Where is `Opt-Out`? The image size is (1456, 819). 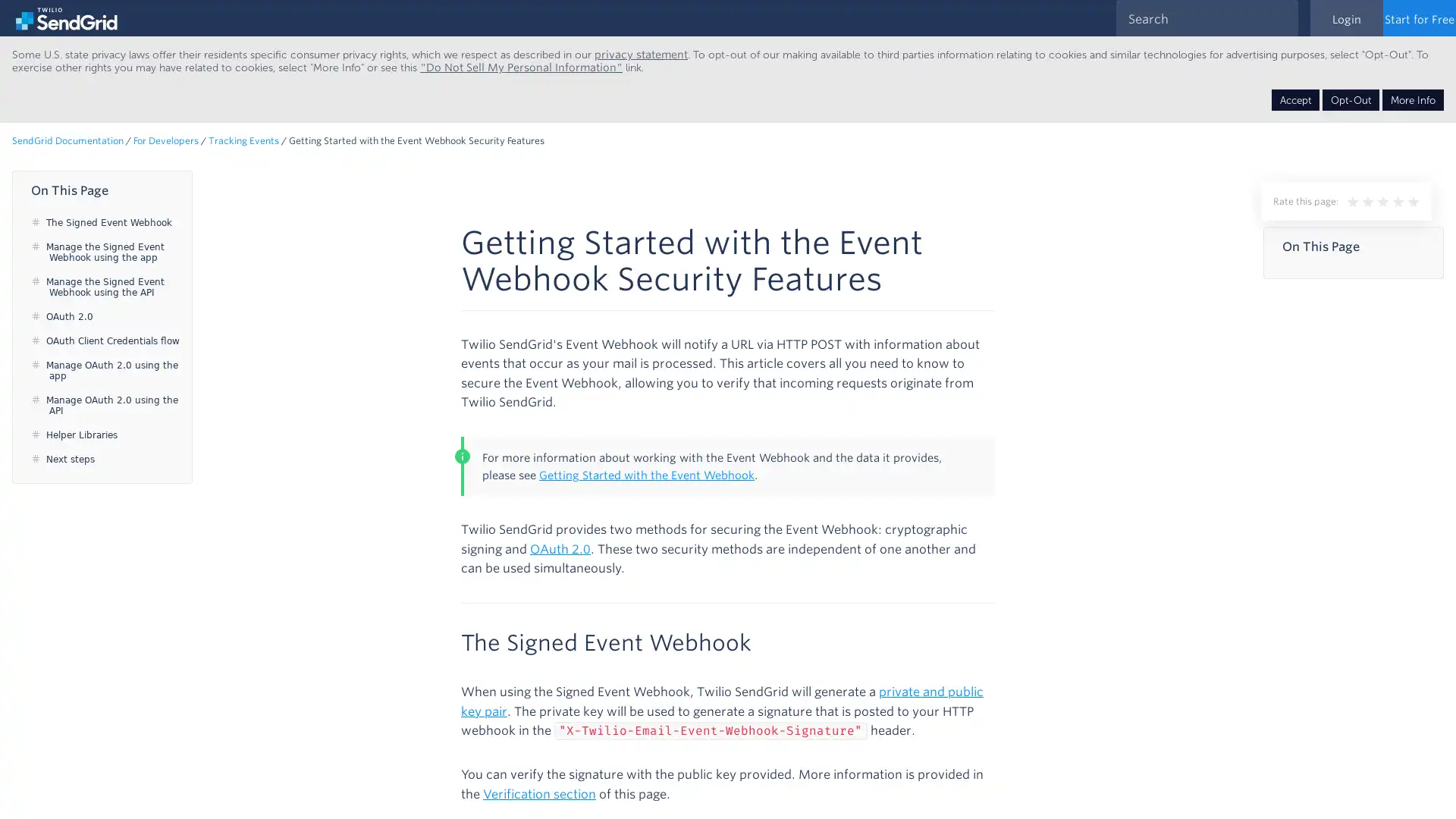 Opt-Out is located at coordinates (1351, 99).